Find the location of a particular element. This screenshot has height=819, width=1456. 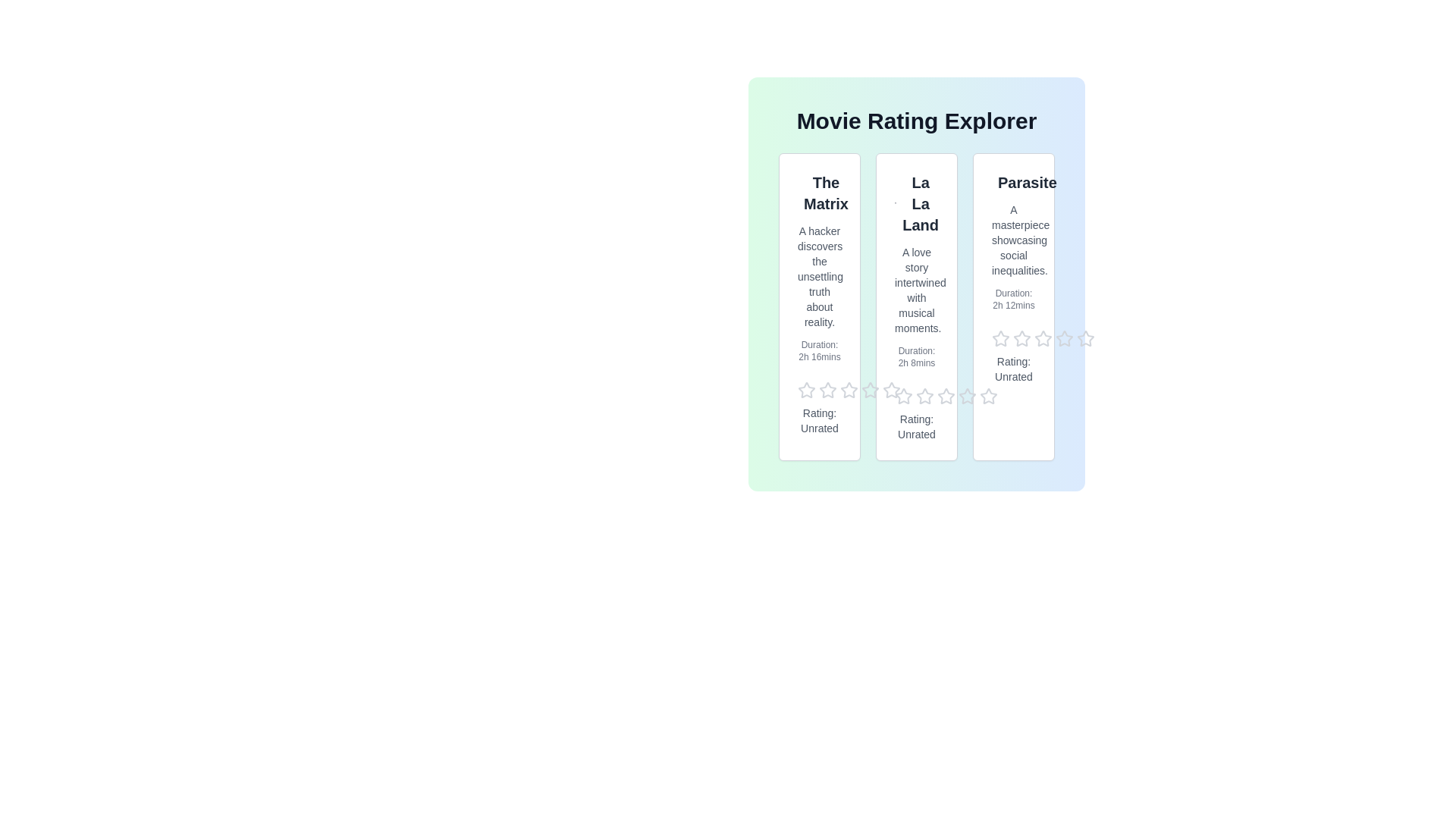

the title of the movie La La Land is located at coordinates (916, 203).